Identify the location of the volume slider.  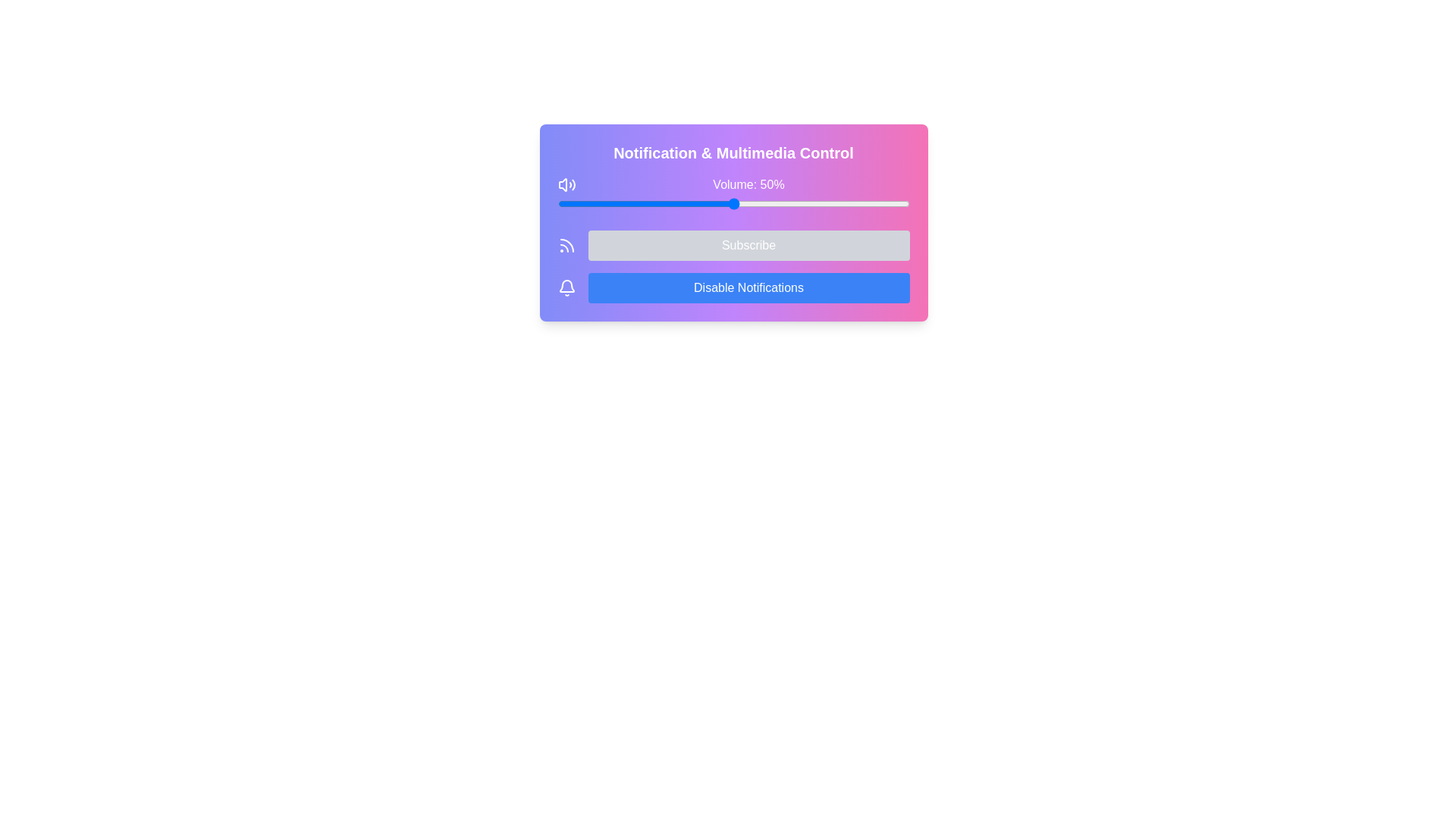
(690, 203).